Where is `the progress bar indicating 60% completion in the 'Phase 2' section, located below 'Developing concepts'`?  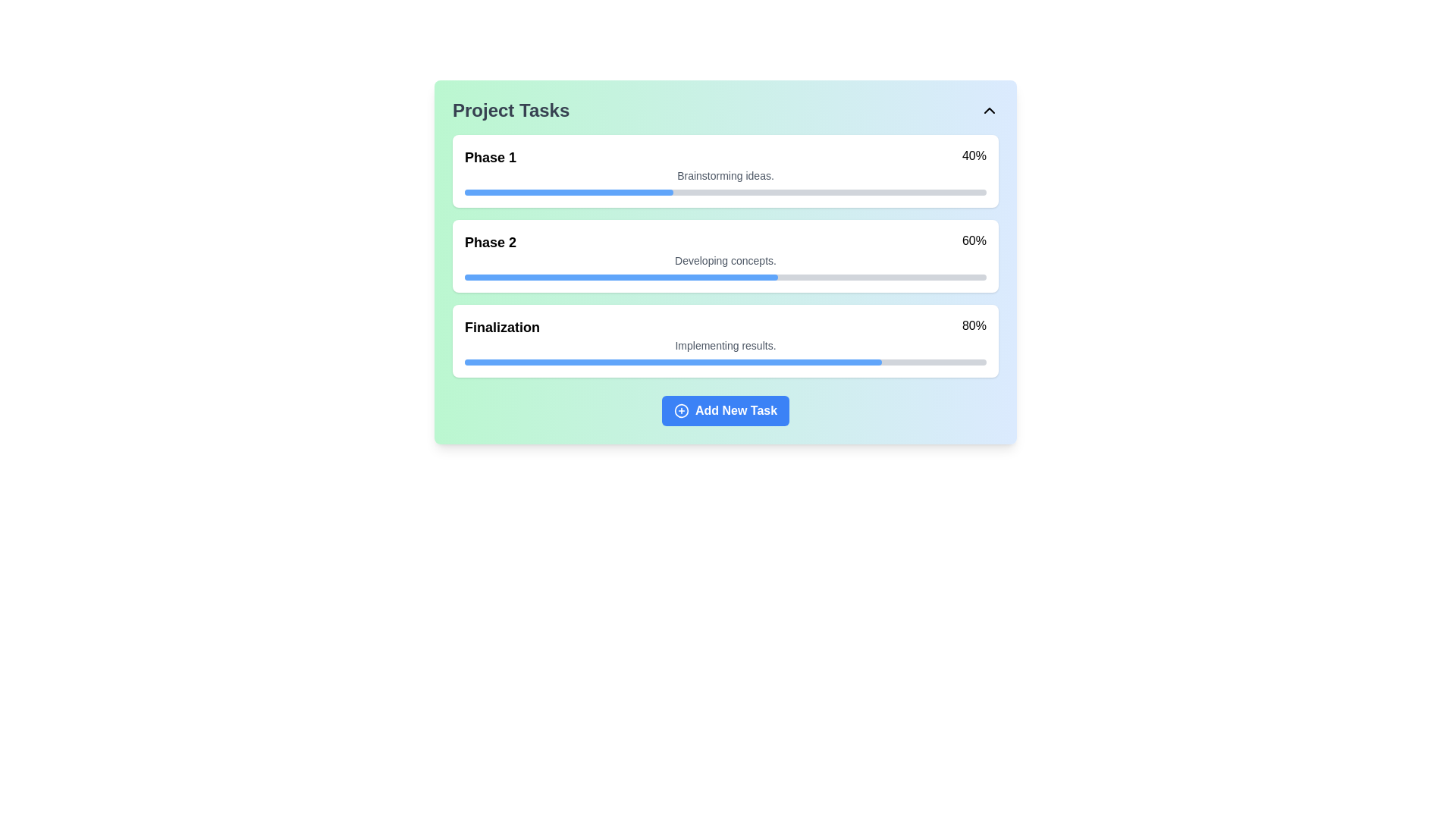
the progress bar indicating 60% completion in the 'Phase 2' section, located below 'Developing concepts' is located at coordinates (724, 278).